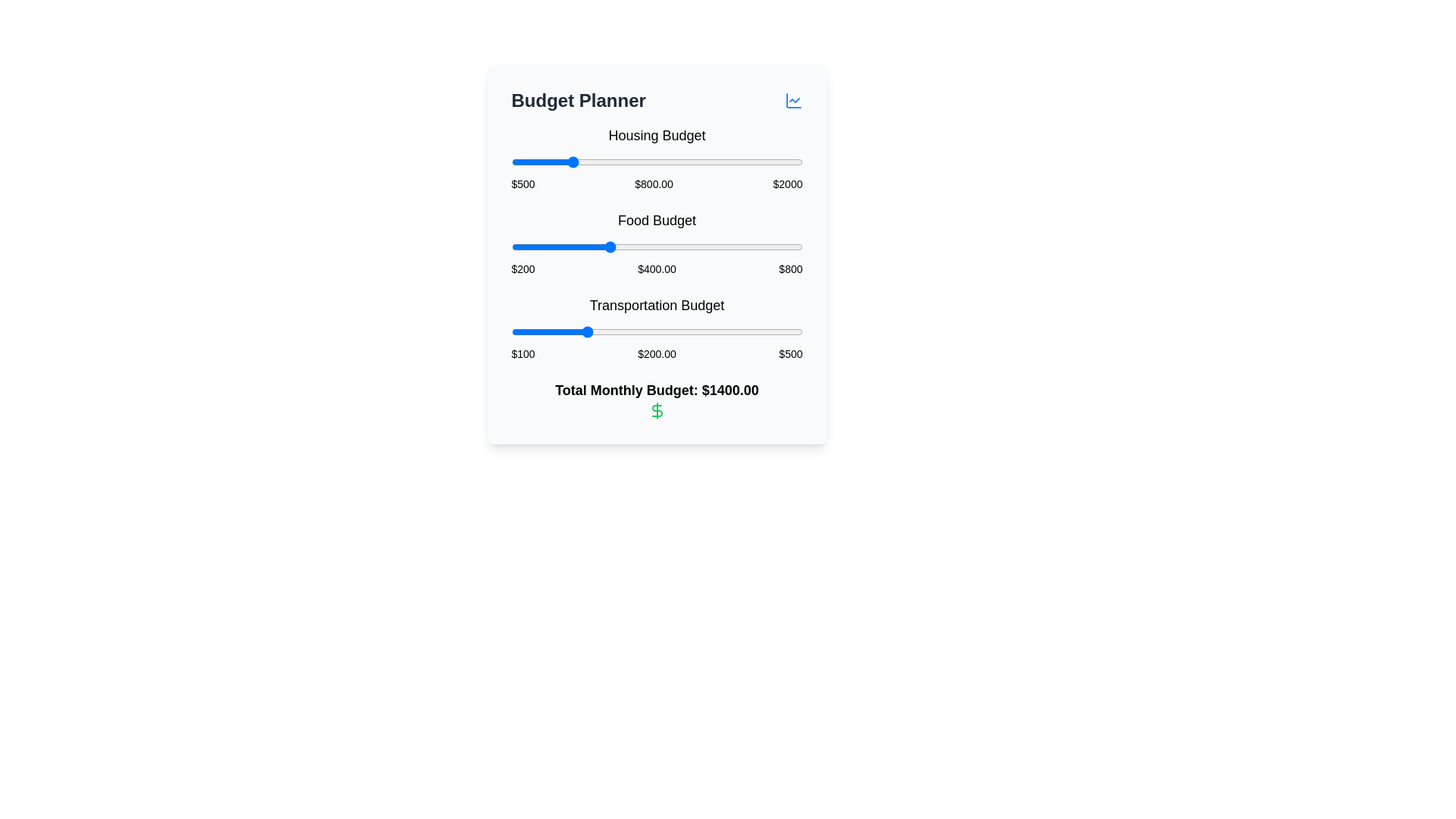 The width and height of the screenshot is (1456, 819). Describe the element at coordinates (590, 331) in the screenshot. I see `the transportation budget` at that location.